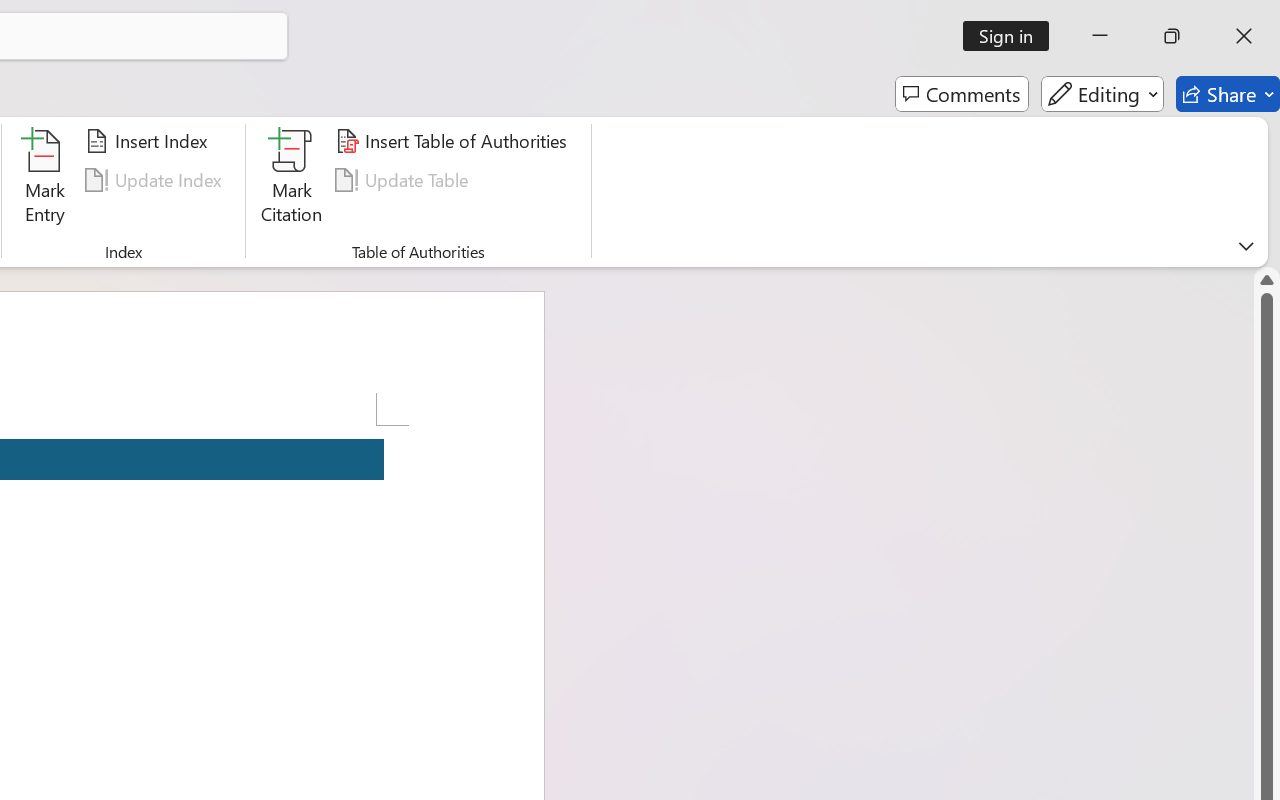 Image resolution: width=1280 pixels, height=800 pixels. What do you see at coordinates (291, 179) in the screenshot?
I see `'Mark Citation...'` at bounding box center [291, 179].